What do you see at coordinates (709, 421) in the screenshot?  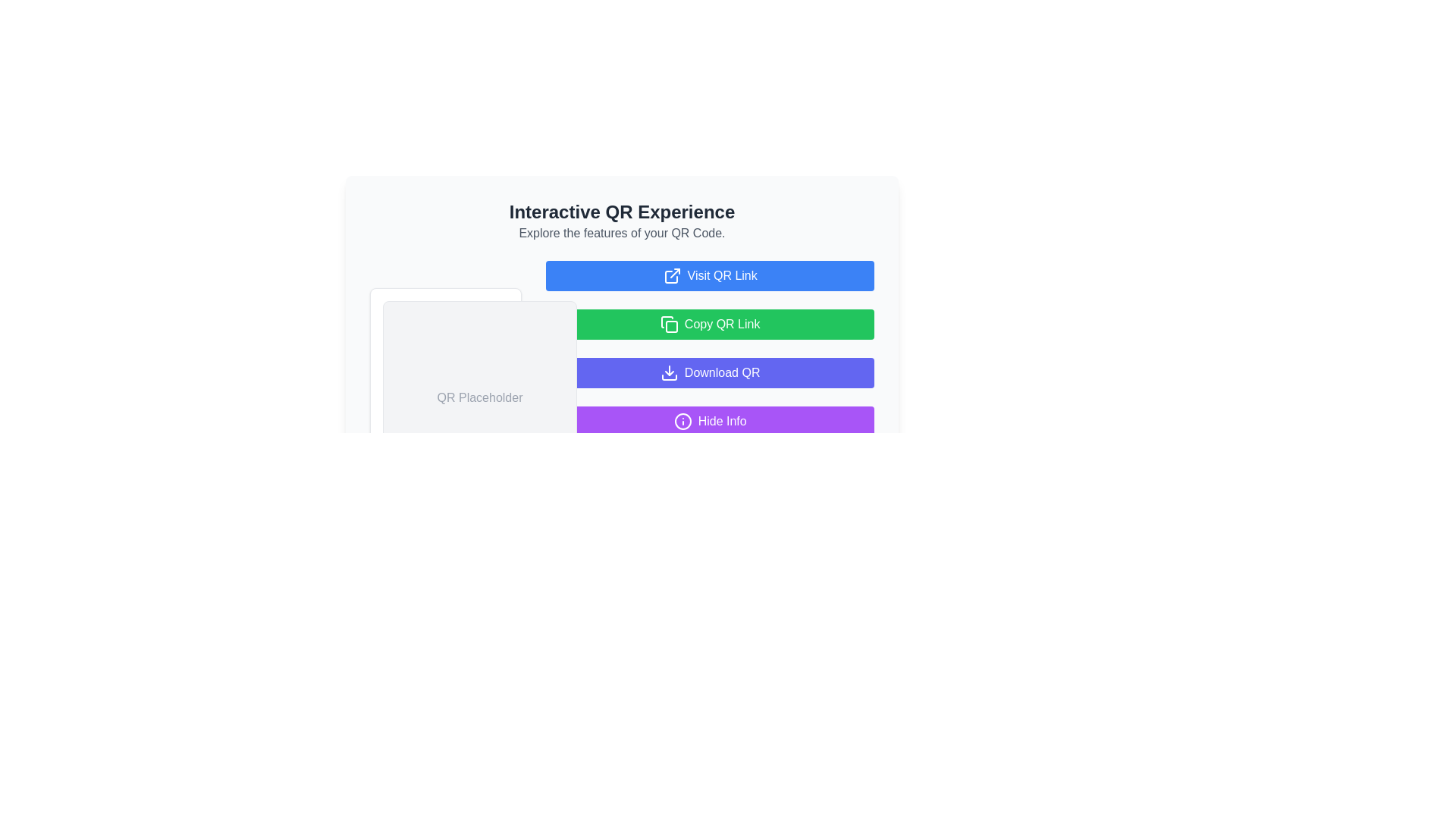 I see `the 'Hide Info' button with a purple background and white text located at the bottom of the 'Interactive QR Experience' module` at bounding box center [709, 421].